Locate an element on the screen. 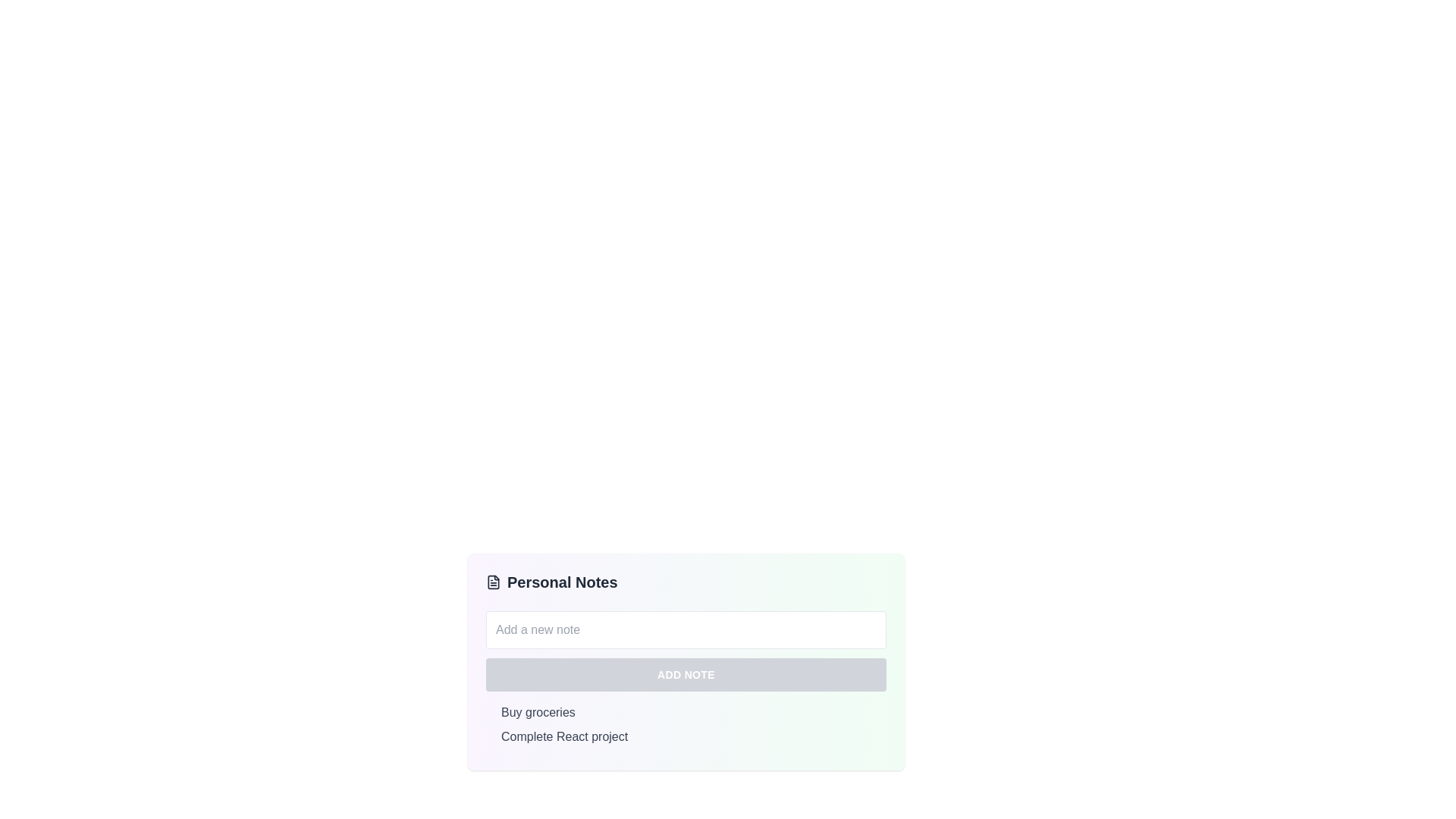 This screenshot has height=819, width=1456. the document icon associated with the 'Personal Notes' label, which is visually represented as an icon with text lines before the title is located at coordinates (494, 581).